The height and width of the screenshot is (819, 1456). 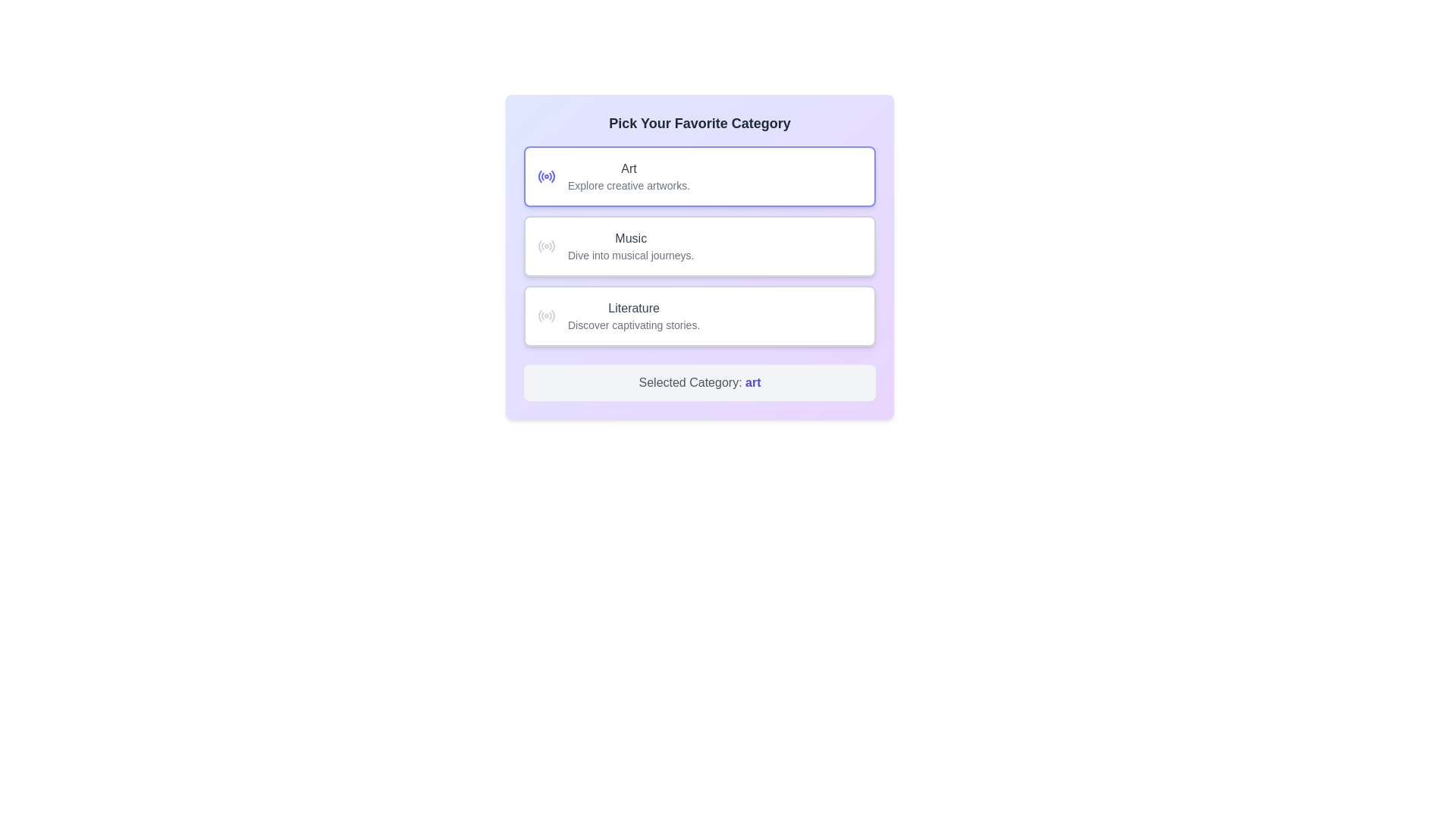 What do you see at coordinates (552, 245) in the screenshot?
I see `the outermost arc of the 'radio' or 'soundwave' icon, which is located to the left of the 'Music' list item` at bounding box center [552, 245].